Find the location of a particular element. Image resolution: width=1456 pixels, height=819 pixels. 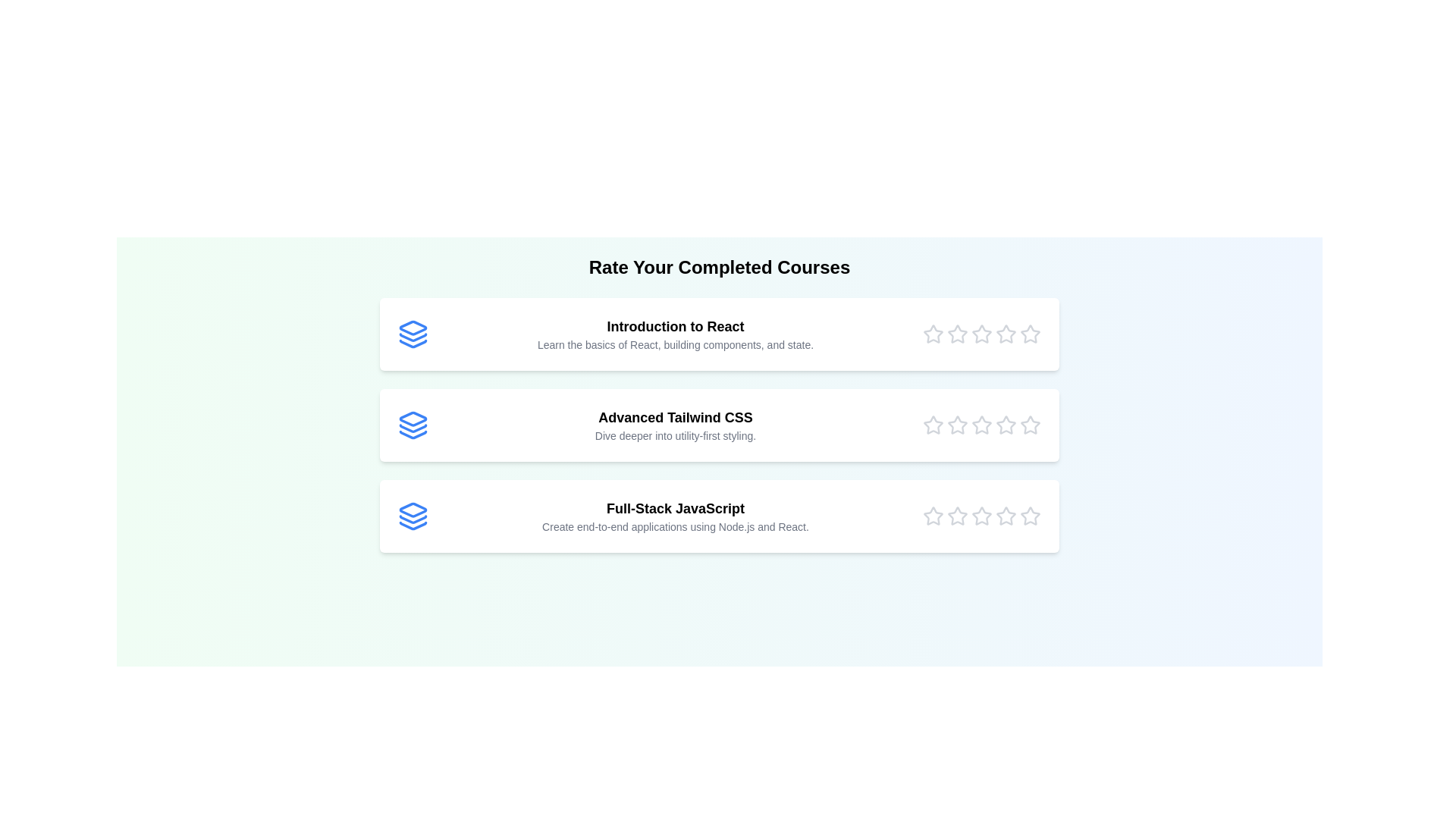

the course title to view its details. The parameter Full-Stack JavaScript specifies which course to select is located at coordinates (719, 516).